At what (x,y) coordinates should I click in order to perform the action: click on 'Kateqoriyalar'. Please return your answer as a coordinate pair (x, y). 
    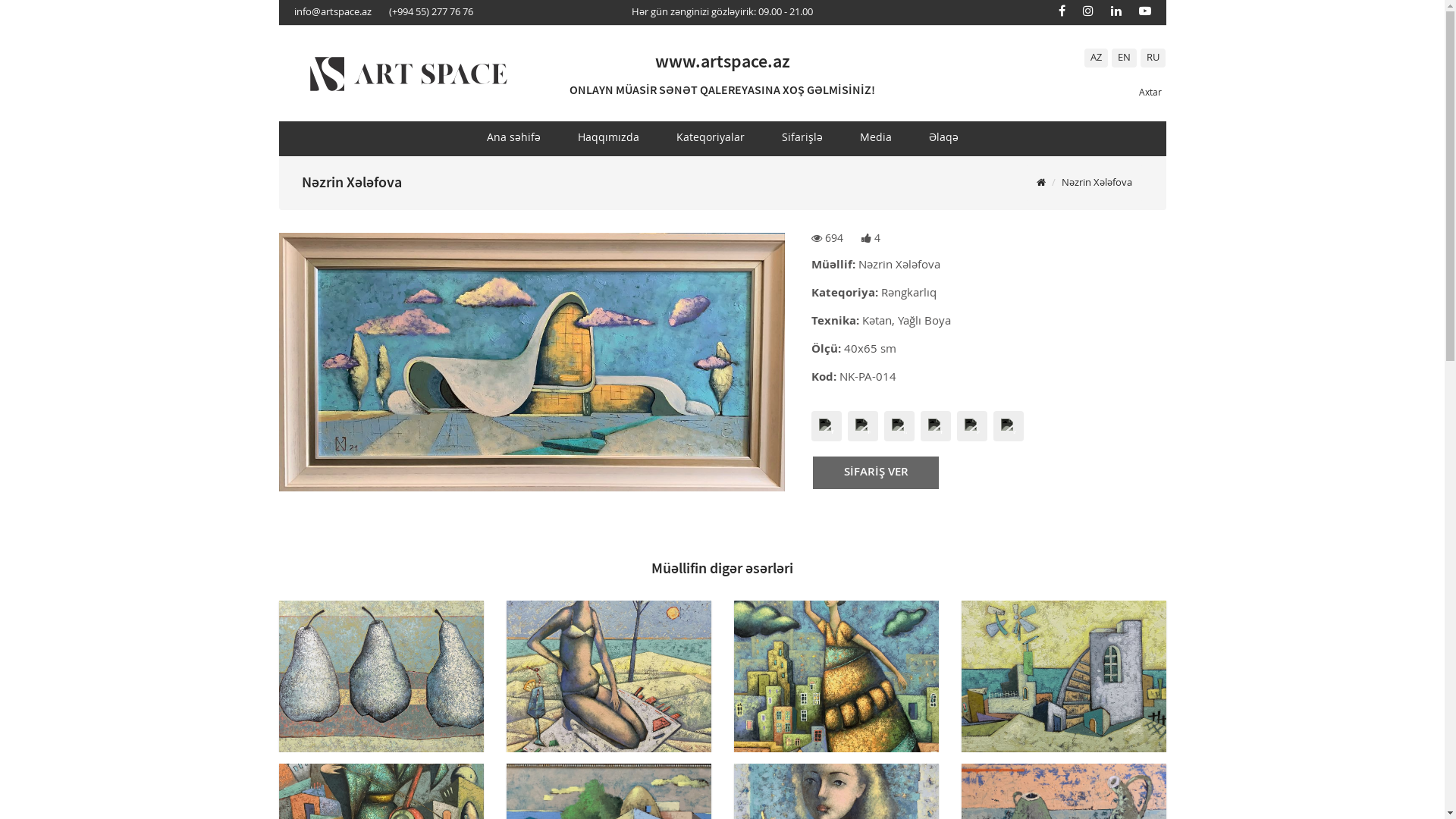
    Looking at the image, I should click on (709, 137).